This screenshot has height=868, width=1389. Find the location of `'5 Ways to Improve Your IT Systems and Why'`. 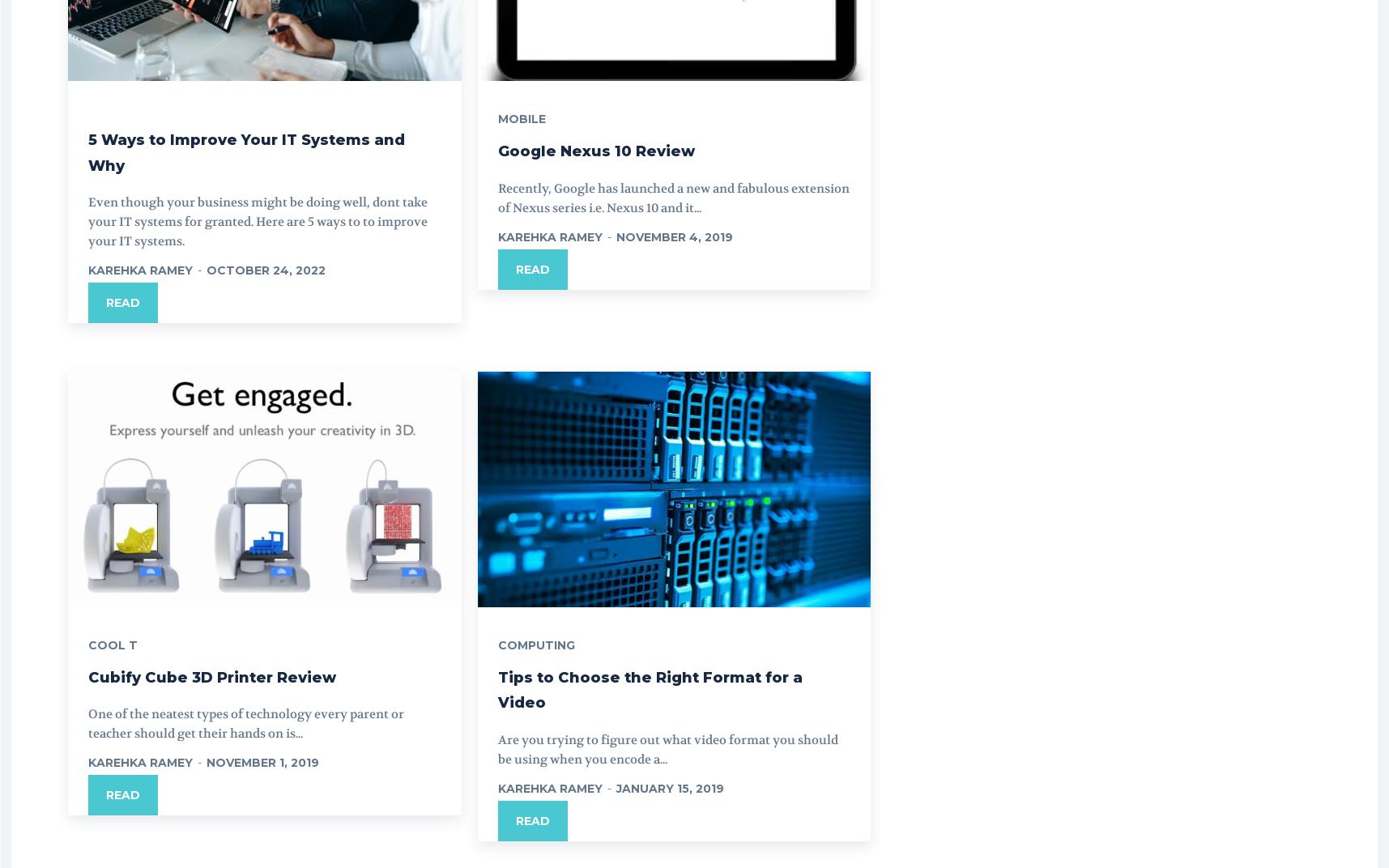

'5 Ways to Improve Your IT Systems and Why' is located at coordinates (224, 149).